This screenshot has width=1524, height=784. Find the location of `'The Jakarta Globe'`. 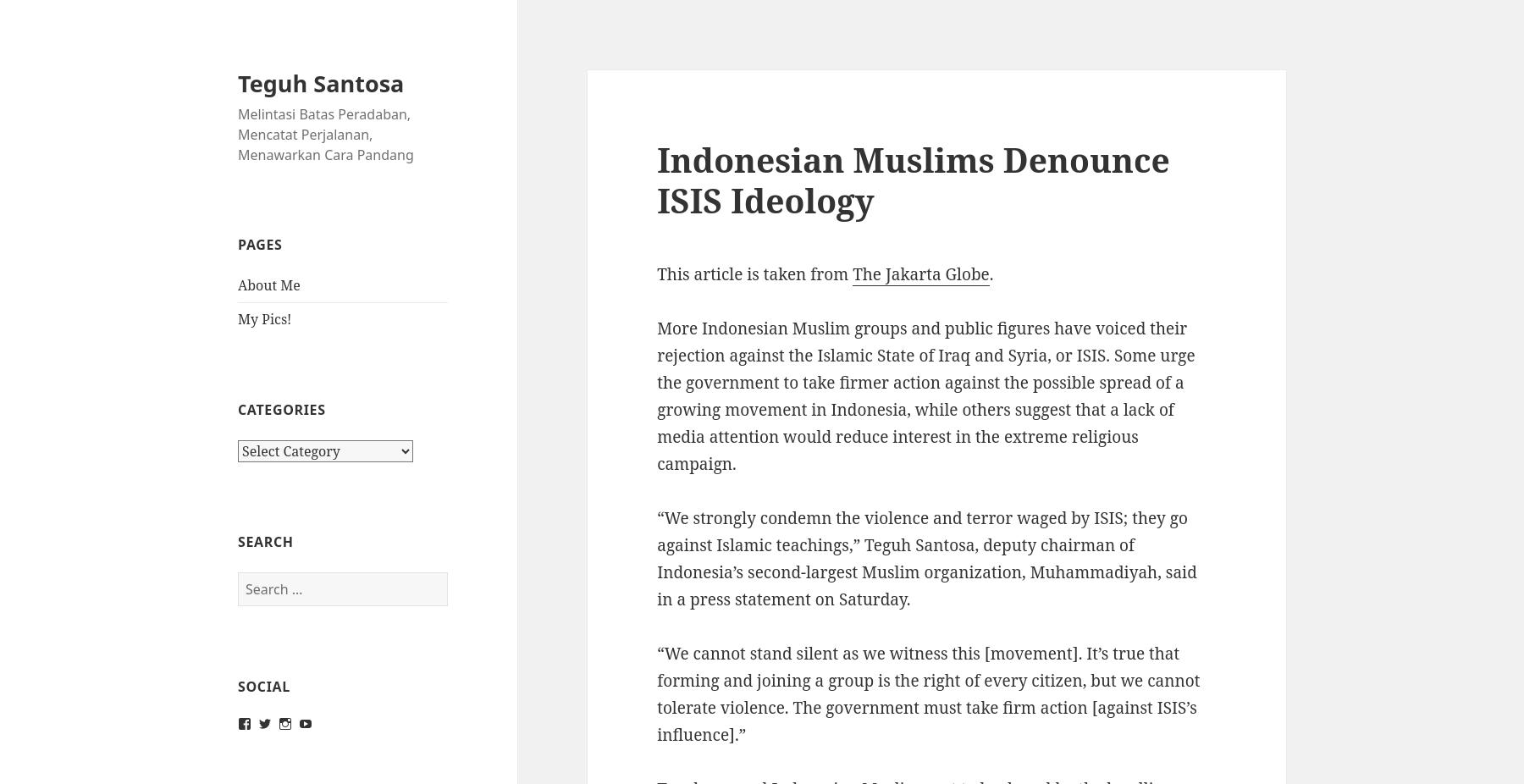

'The Jakarta Globe' is located at coordinates (920, 274).